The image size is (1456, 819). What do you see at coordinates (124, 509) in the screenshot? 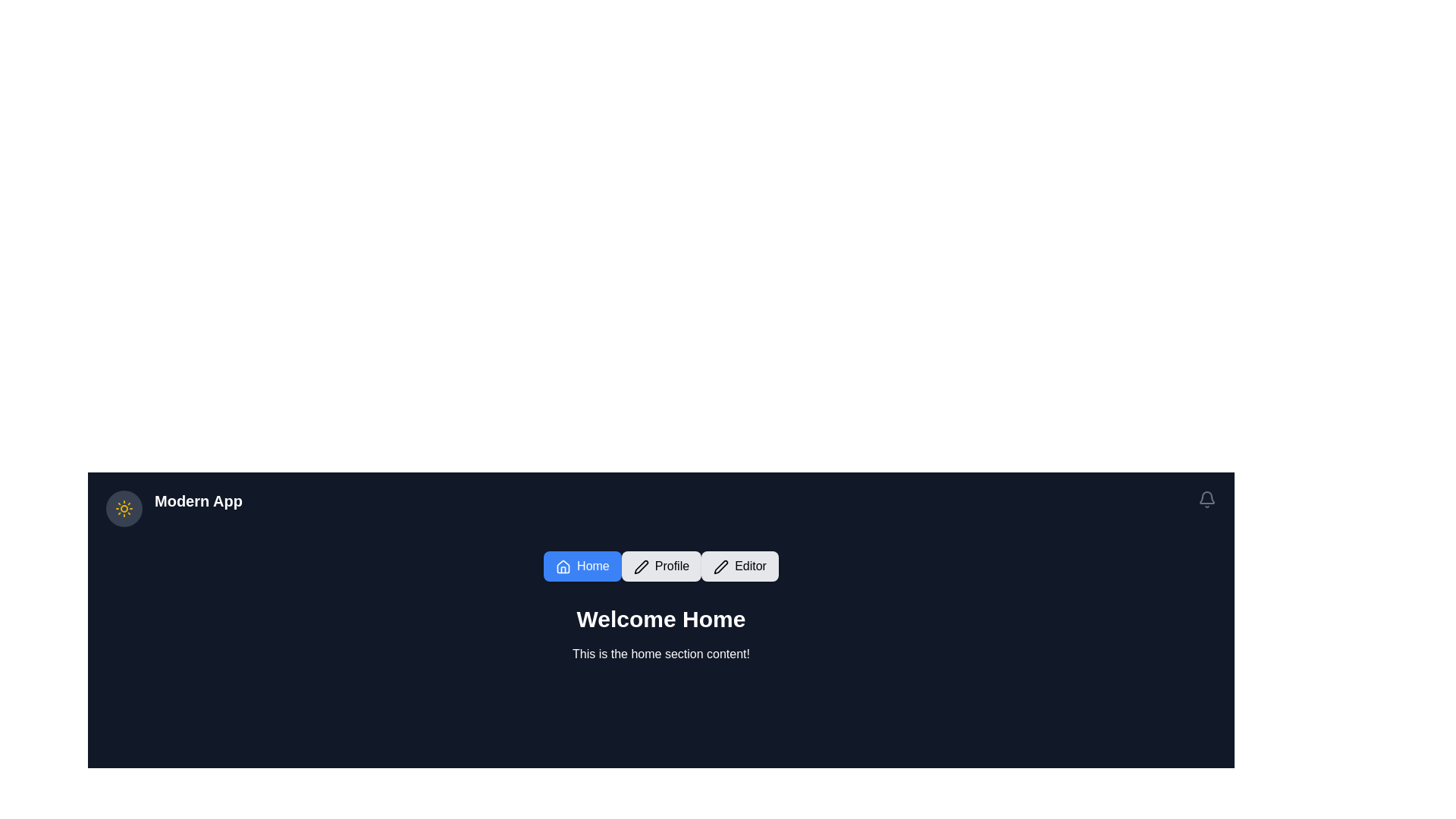
I see `the sun icon located within the circular button at the lower left of the application header for interaction` at bounding box center [124, 509].